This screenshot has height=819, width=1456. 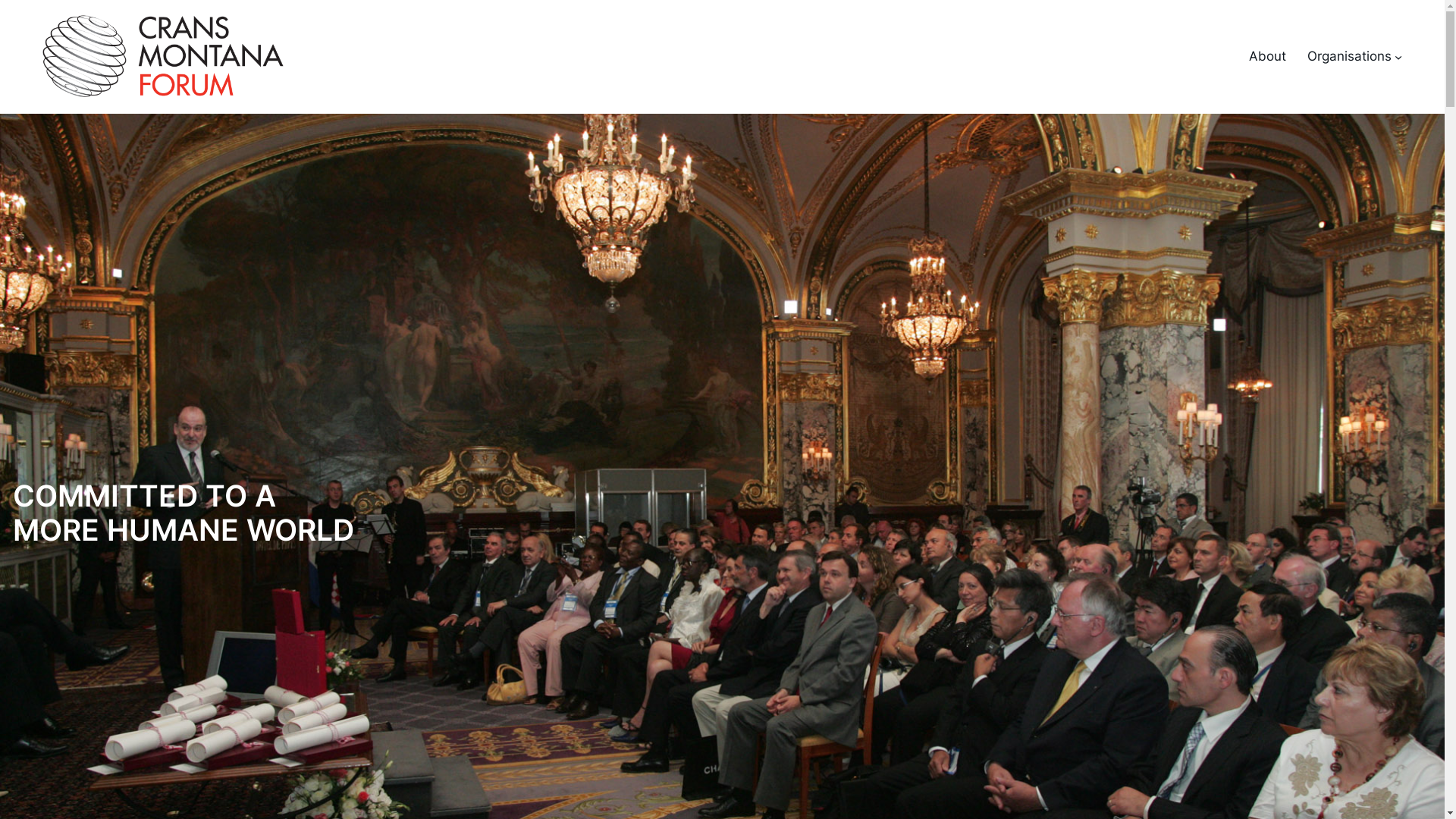 I want to click on 'About', so click(x=1267, y=55).